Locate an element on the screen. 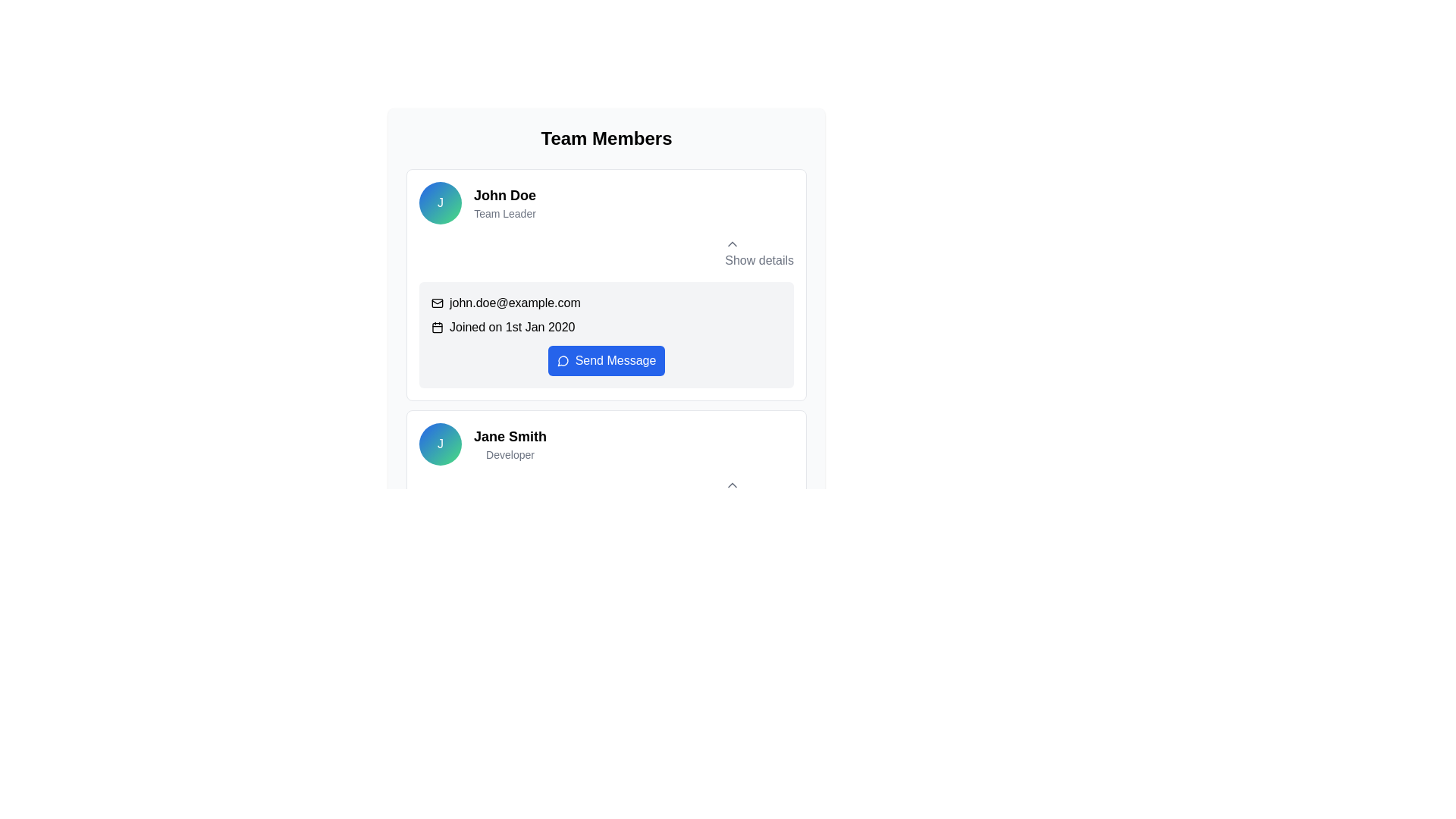  the button at the bottom right of the card featuring 'Jane Smith' to change its color is located at coordinates (759, 494).